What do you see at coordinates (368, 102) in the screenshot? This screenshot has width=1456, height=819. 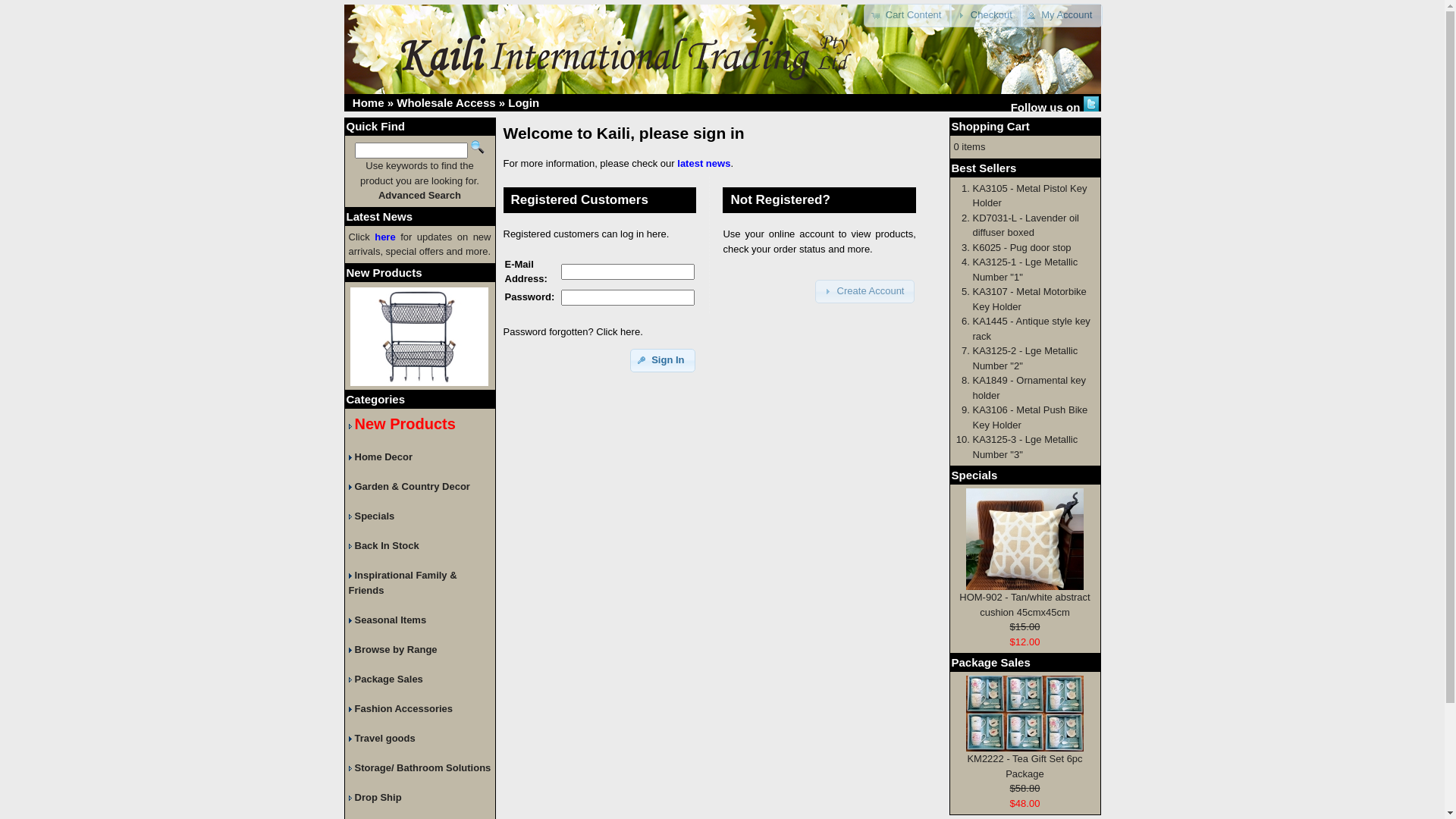 I see `'Home'` at bounding box center [368, 102].